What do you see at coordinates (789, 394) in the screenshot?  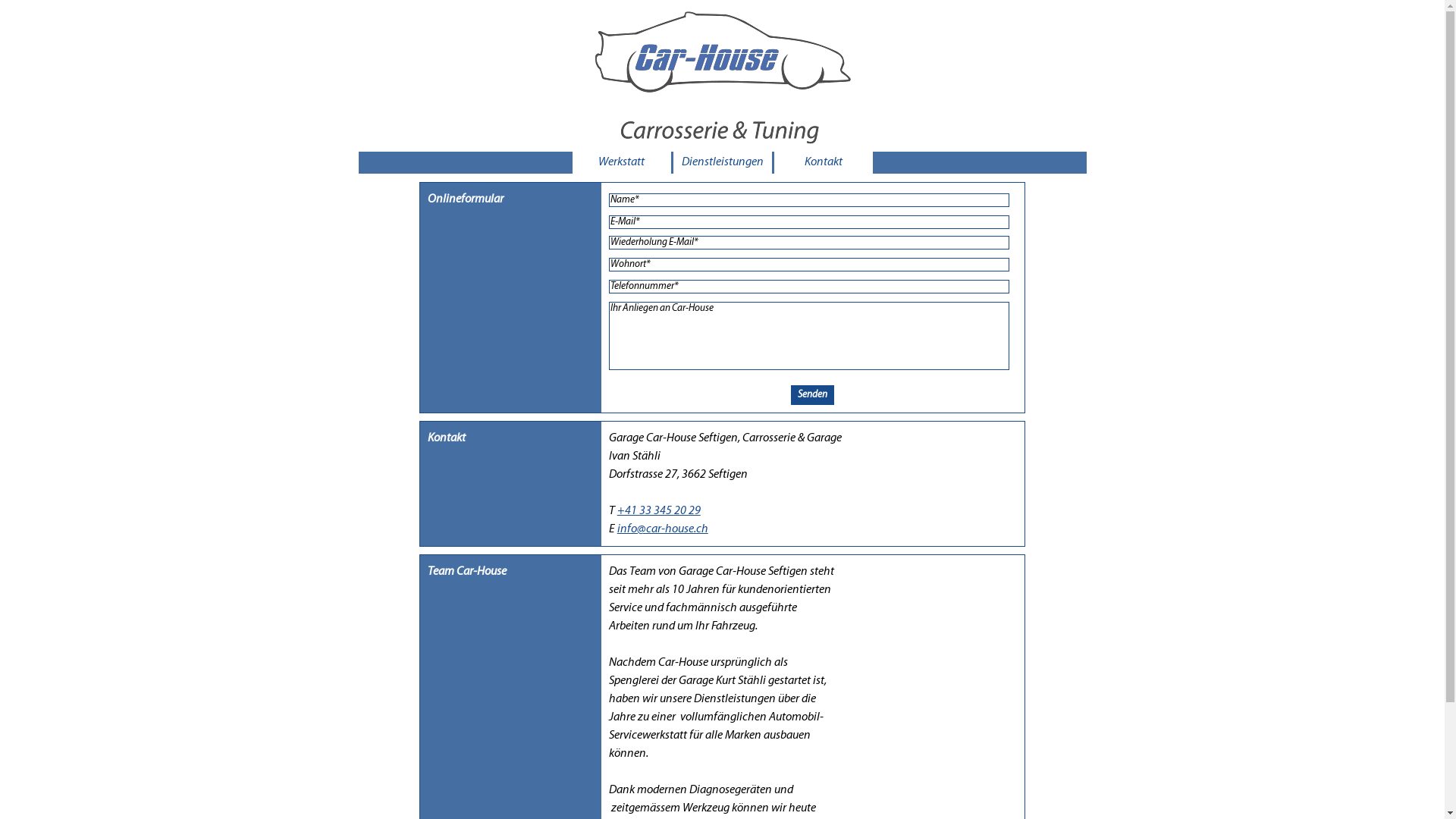 I see `'Senden'` at bounding box center [789, 394].